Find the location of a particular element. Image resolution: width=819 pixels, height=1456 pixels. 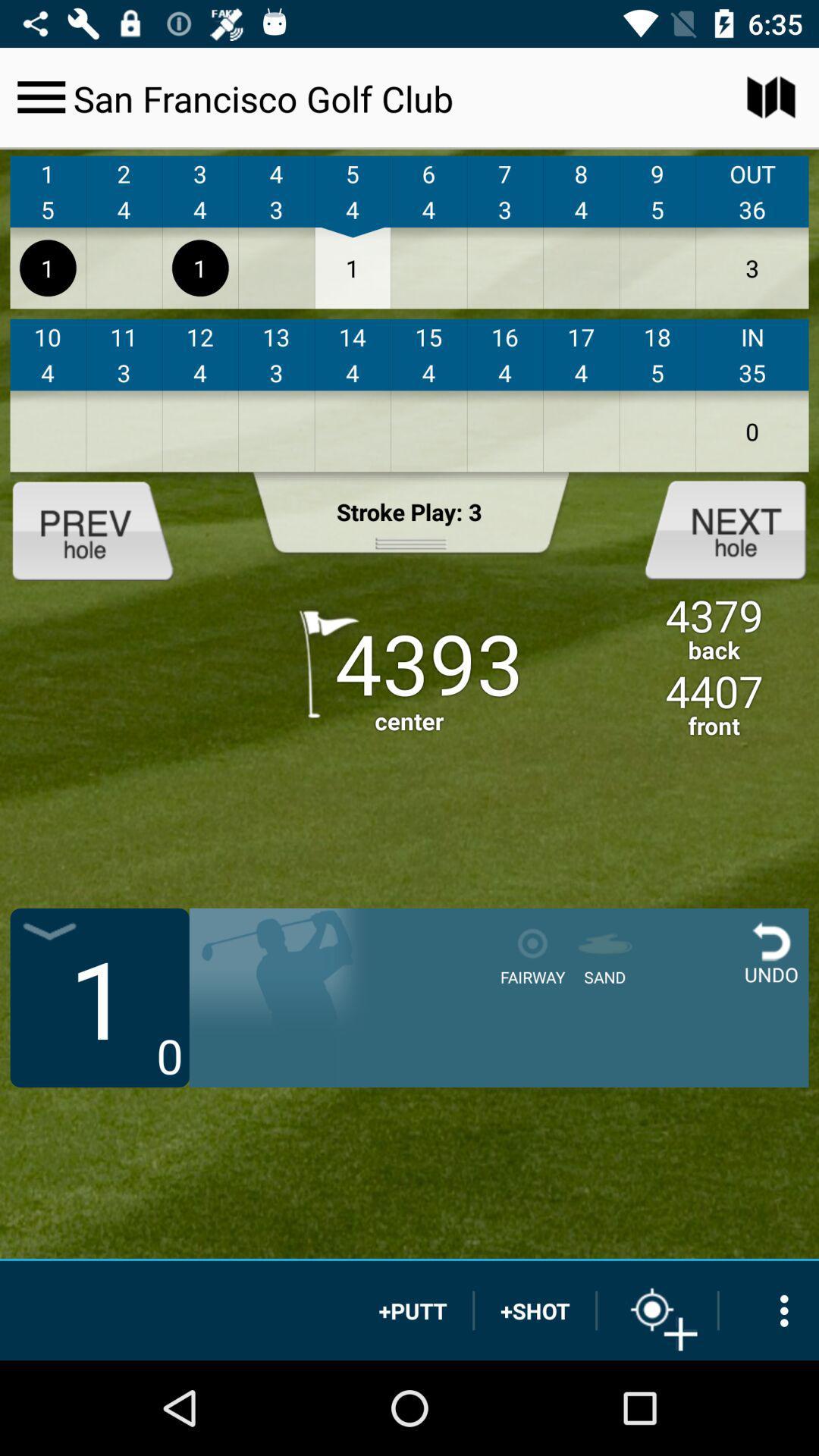

settings is located at coordinates (40, 96).